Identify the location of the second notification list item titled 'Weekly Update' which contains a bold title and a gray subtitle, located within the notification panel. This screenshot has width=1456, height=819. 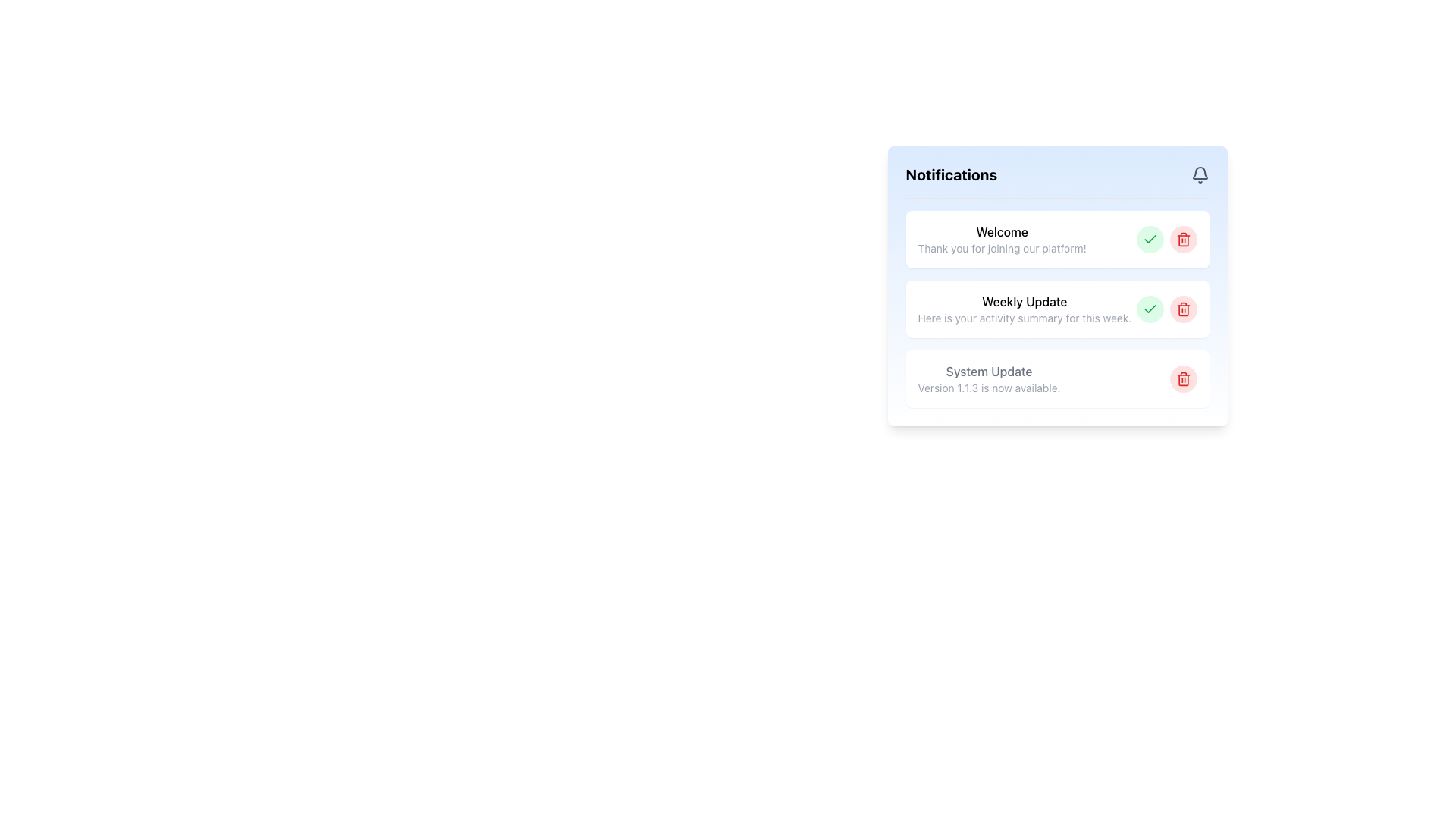
(1056, 286).